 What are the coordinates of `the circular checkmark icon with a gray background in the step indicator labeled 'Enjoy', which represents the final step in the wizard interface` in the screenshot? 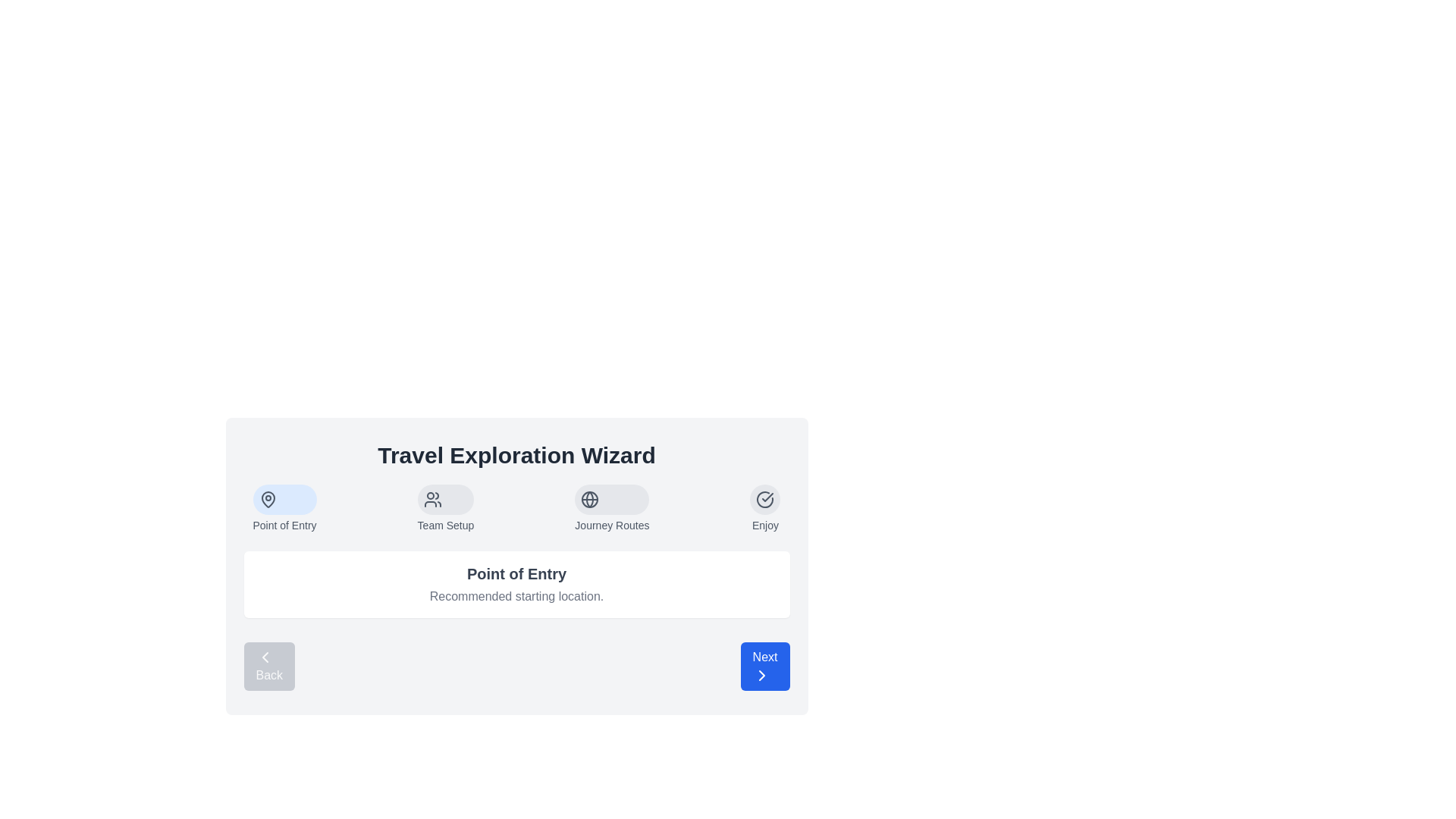 It's located at (765, 500).